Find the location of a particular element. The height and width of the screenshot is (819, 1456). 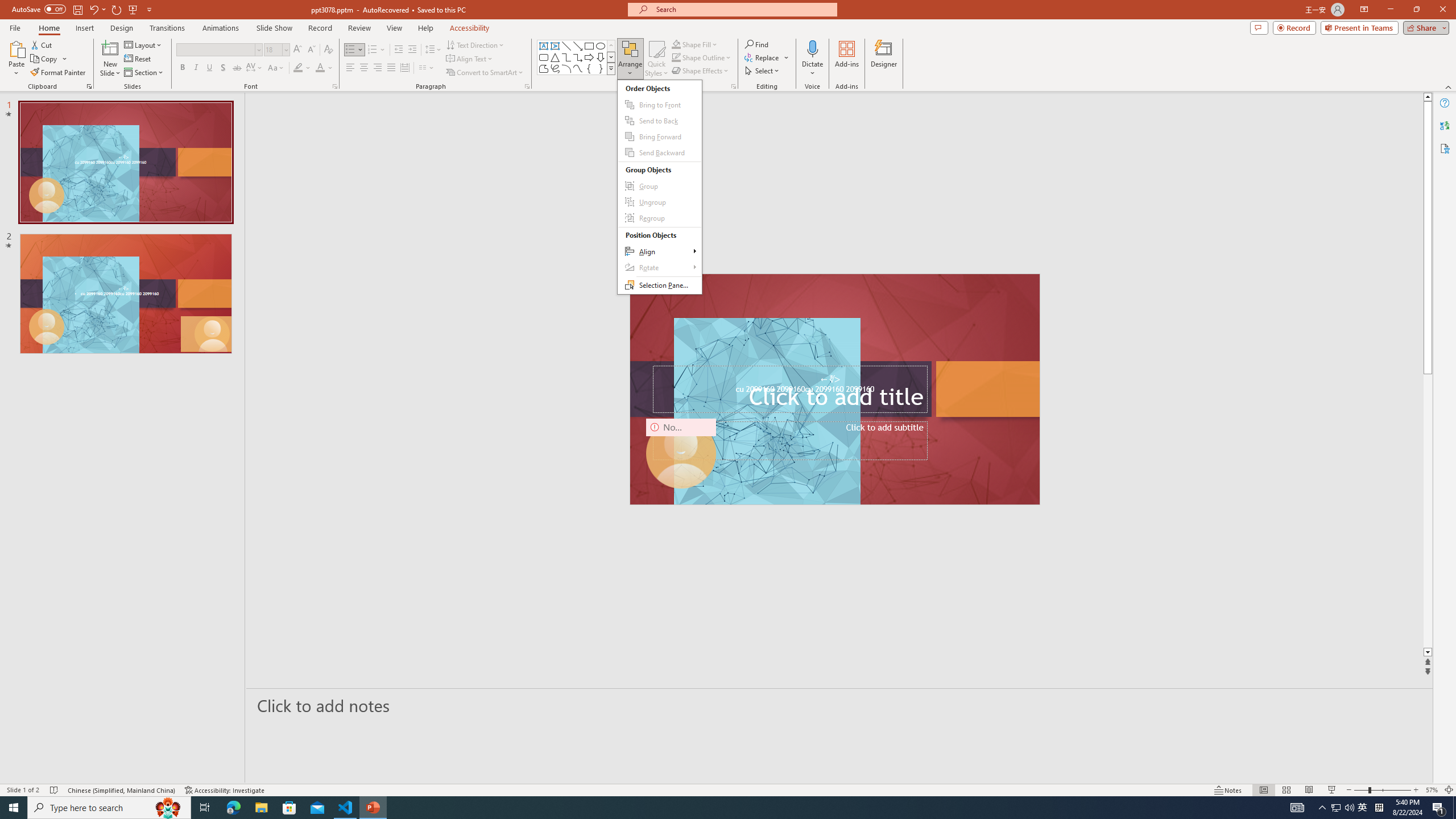

'Microsoft Edge' is located at coordinates (233, 806).